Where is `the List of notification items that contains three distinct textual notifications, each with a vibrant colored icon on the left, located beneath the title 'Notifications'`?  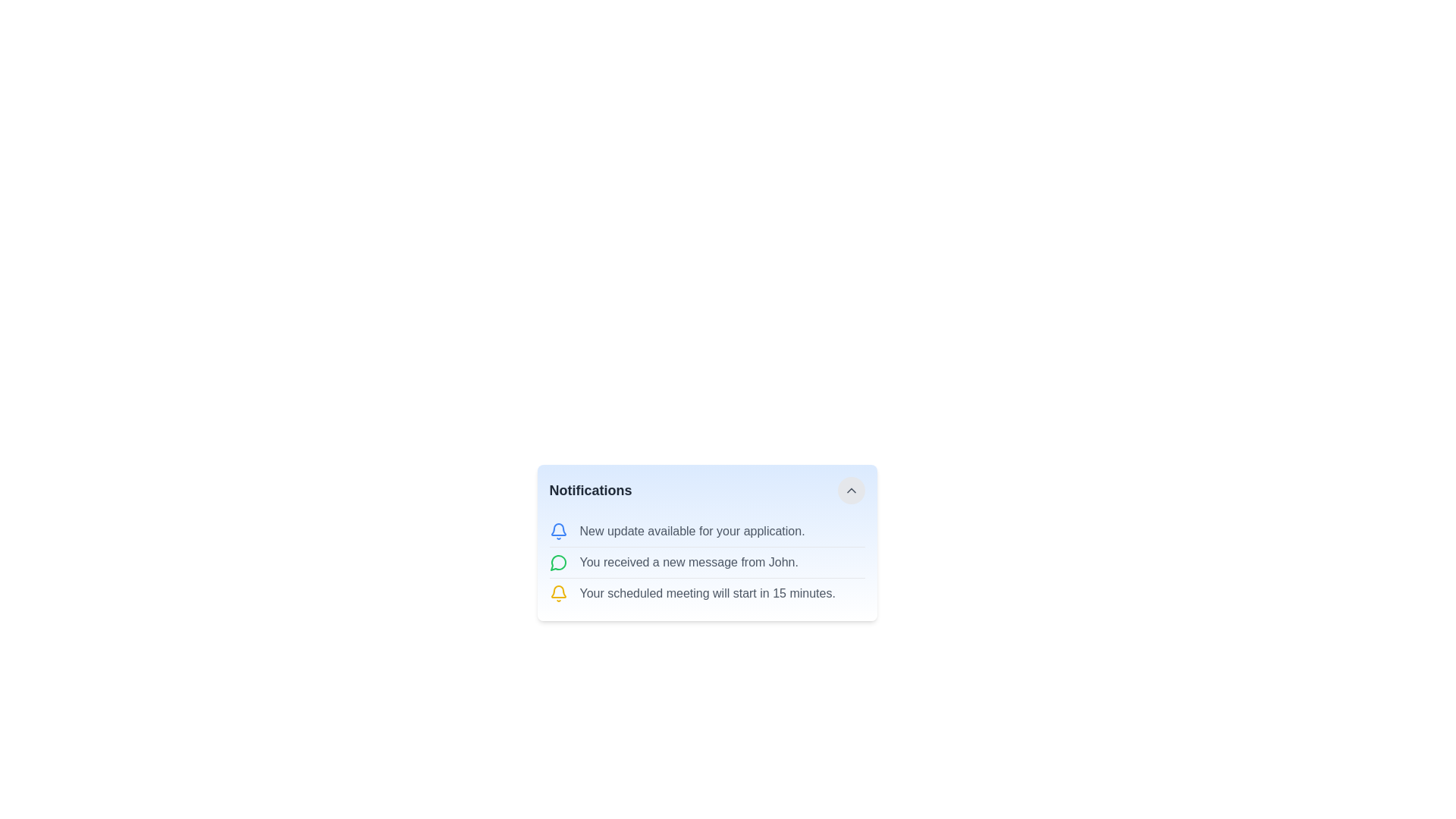
the List of notification items that contains three distinct textual notifications, each with a vibrant colored icon on the left, located beneath the title 'Notifications' is located at coordinates (706, 562).